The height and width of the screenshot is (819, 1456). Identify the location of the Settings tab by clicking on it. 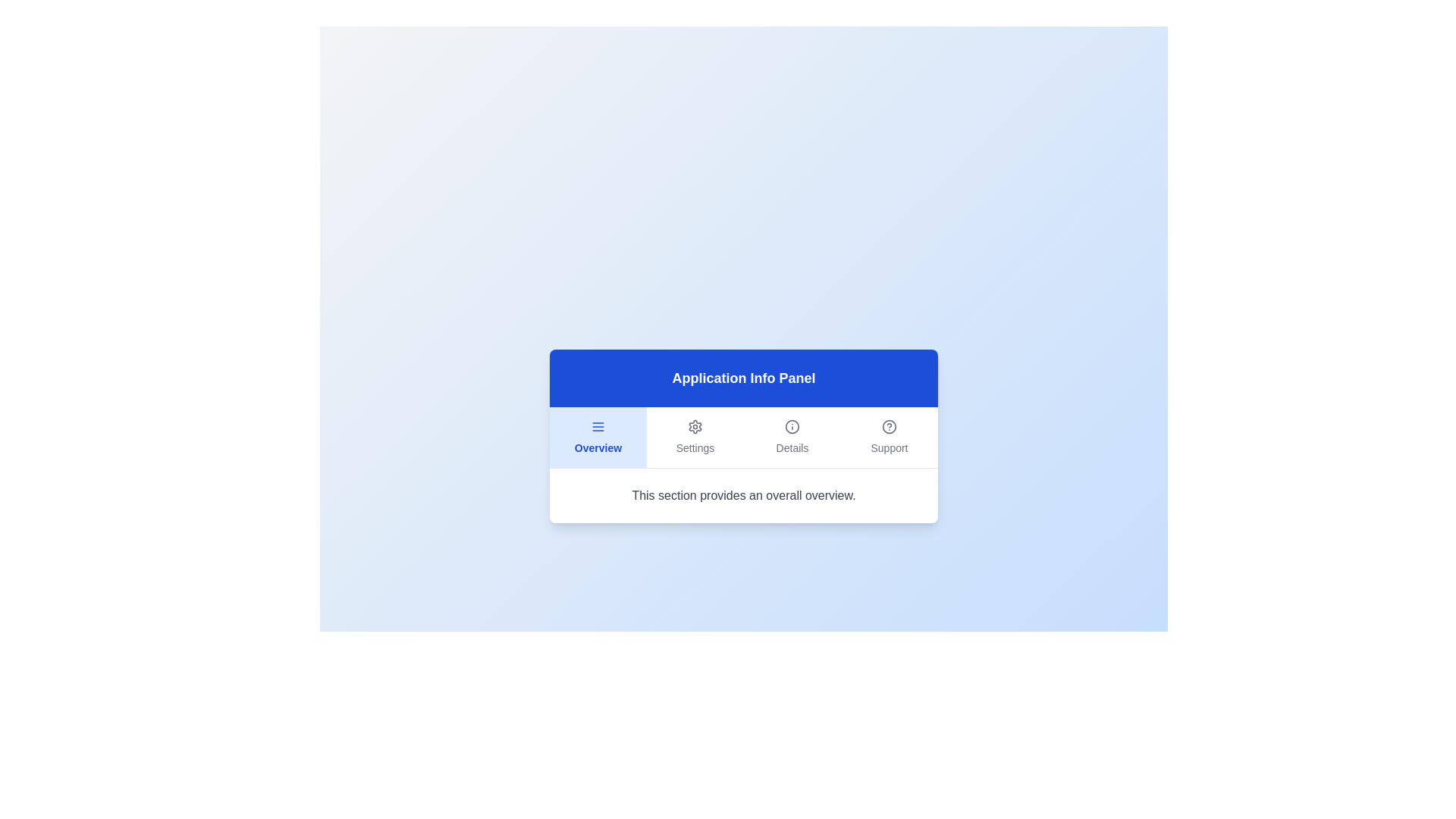
(694, 437).